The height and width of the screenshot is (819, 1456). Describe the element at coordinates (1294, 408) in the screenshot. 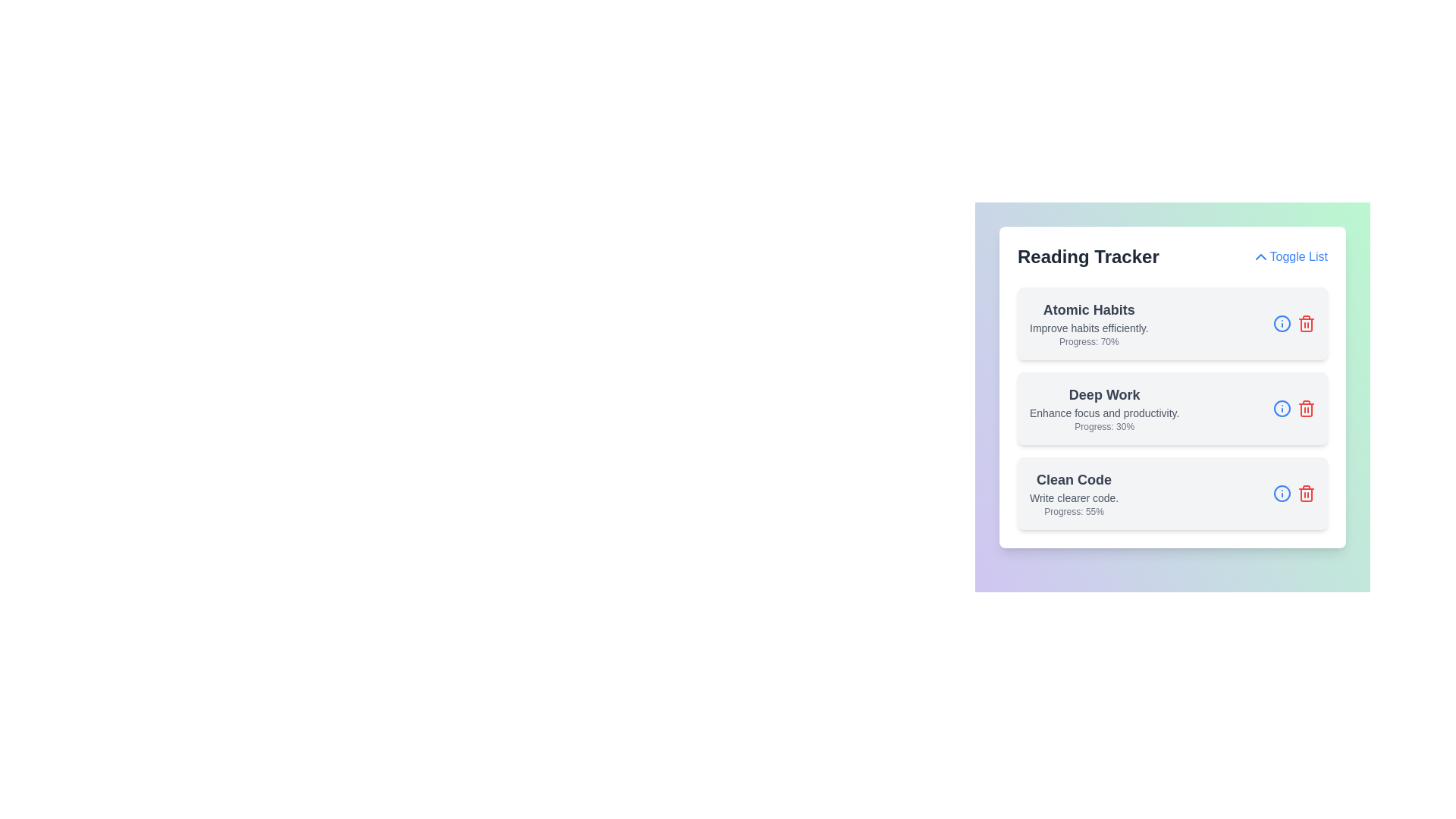

I see `the blue information icon located to the right of the descriptive text about enhancing focus and productivity in the 'Deep Work' card` at that location.